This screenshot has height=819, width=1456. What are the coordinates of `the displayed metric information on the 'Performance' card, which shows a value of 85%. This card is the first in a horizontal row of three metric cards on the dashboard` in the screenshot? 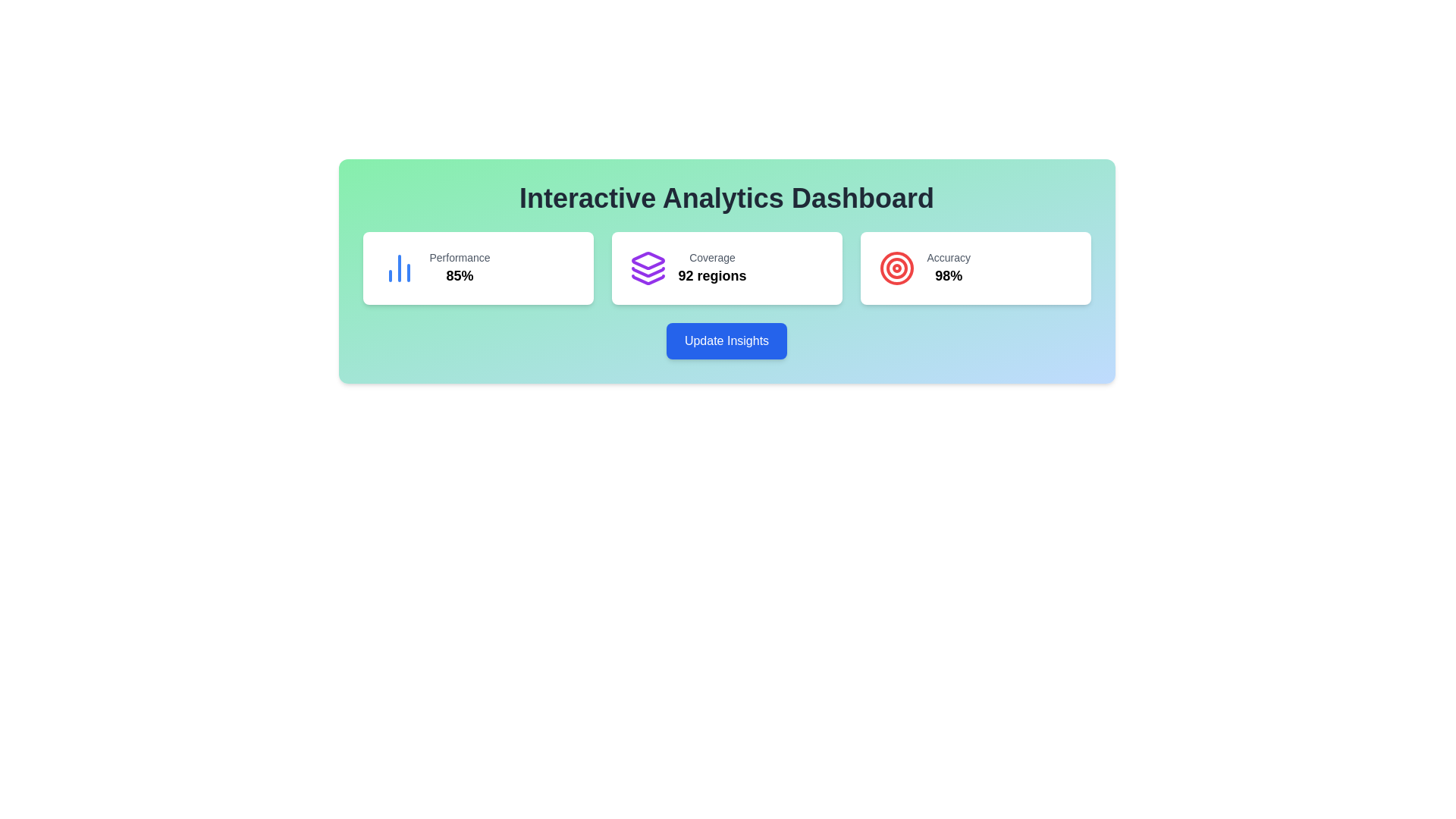 It's located at (477, 268).